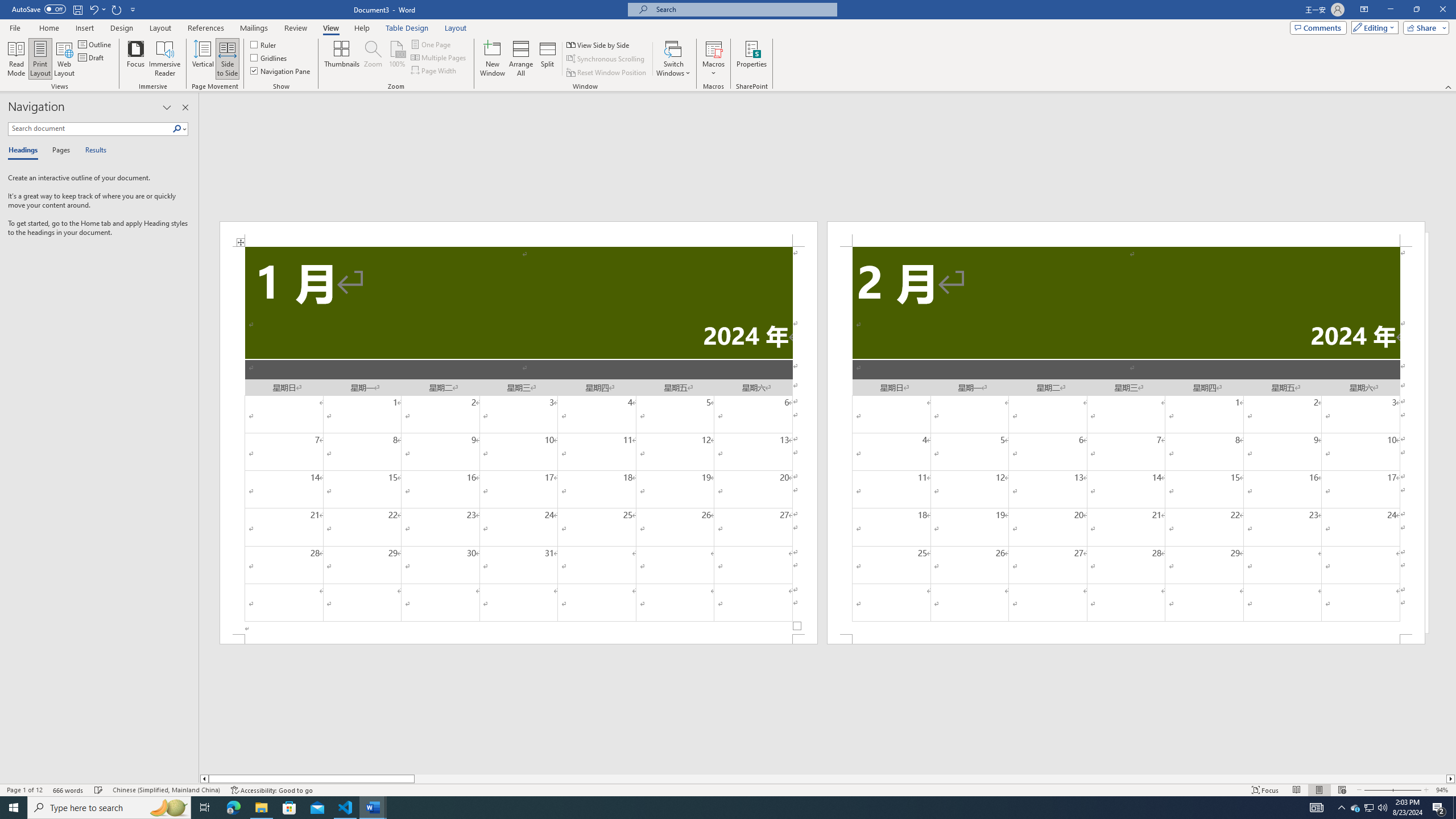 The height and width of the screenshot is (819, 1456). What do you see at coordinates (440, 56) in the screenshot?
I see `'Multiple Pages'` at bounding box center [440, 56].